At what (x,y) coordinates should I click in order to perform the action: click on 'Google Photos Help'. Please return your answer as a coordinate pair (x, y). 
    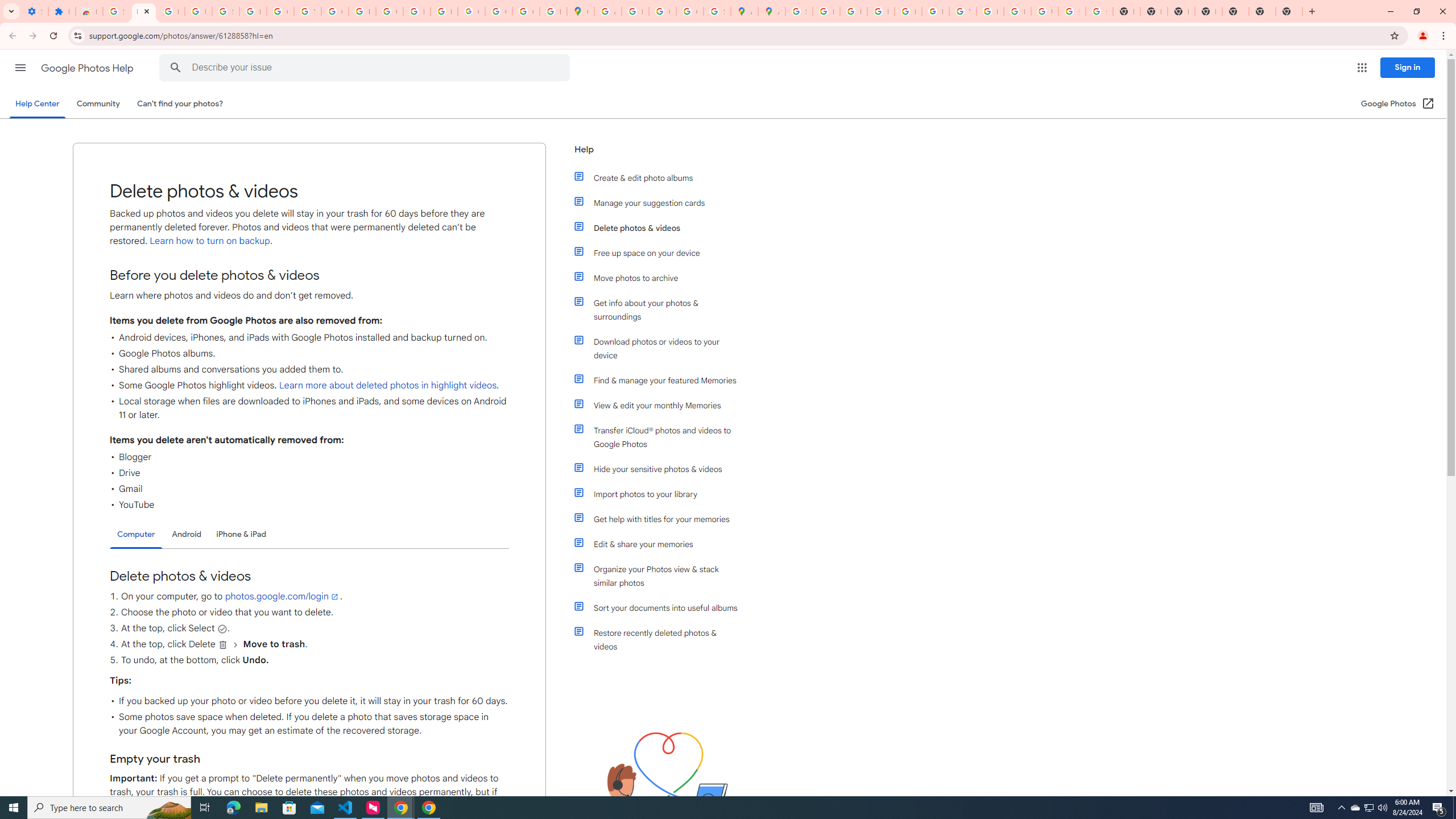
    Looking at the image, I should click on (88, 68).